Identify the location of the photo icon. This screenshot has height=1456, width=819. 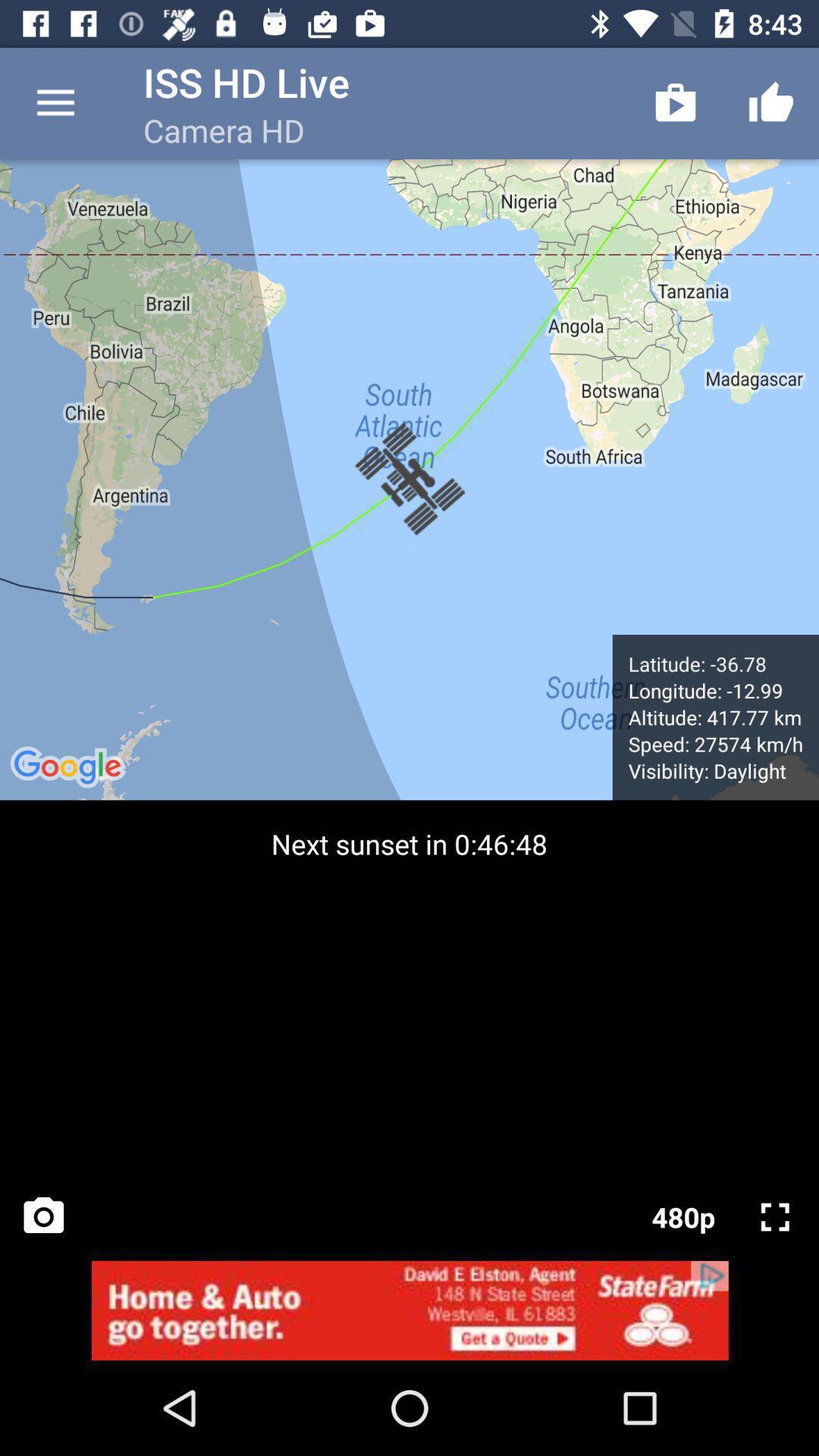
(42, 1216).